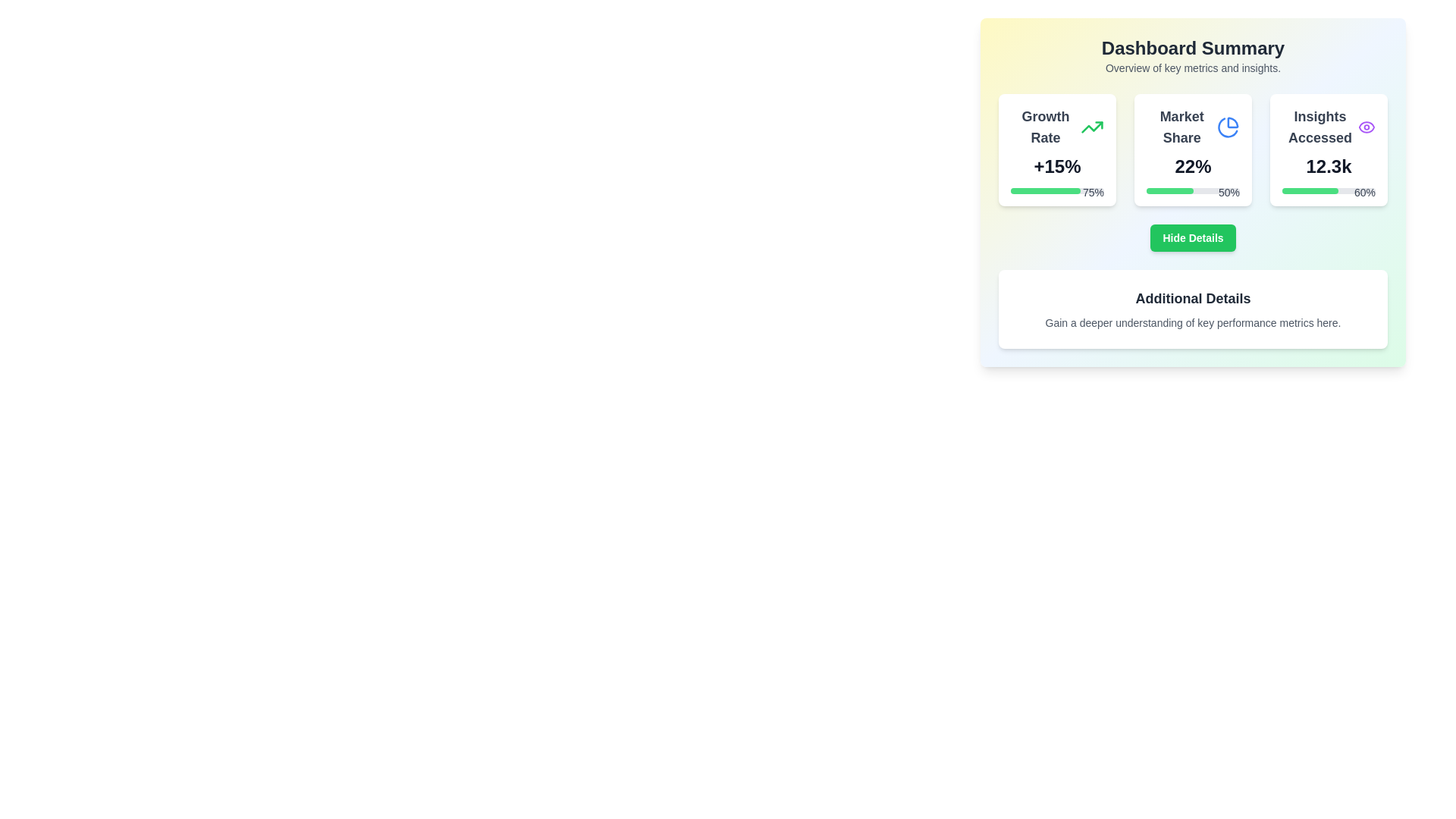  Describe the element at coordinates (1192, 190) in the screenshot. I see `the progress bar with a green segment and the '50%' text label located` at that location.